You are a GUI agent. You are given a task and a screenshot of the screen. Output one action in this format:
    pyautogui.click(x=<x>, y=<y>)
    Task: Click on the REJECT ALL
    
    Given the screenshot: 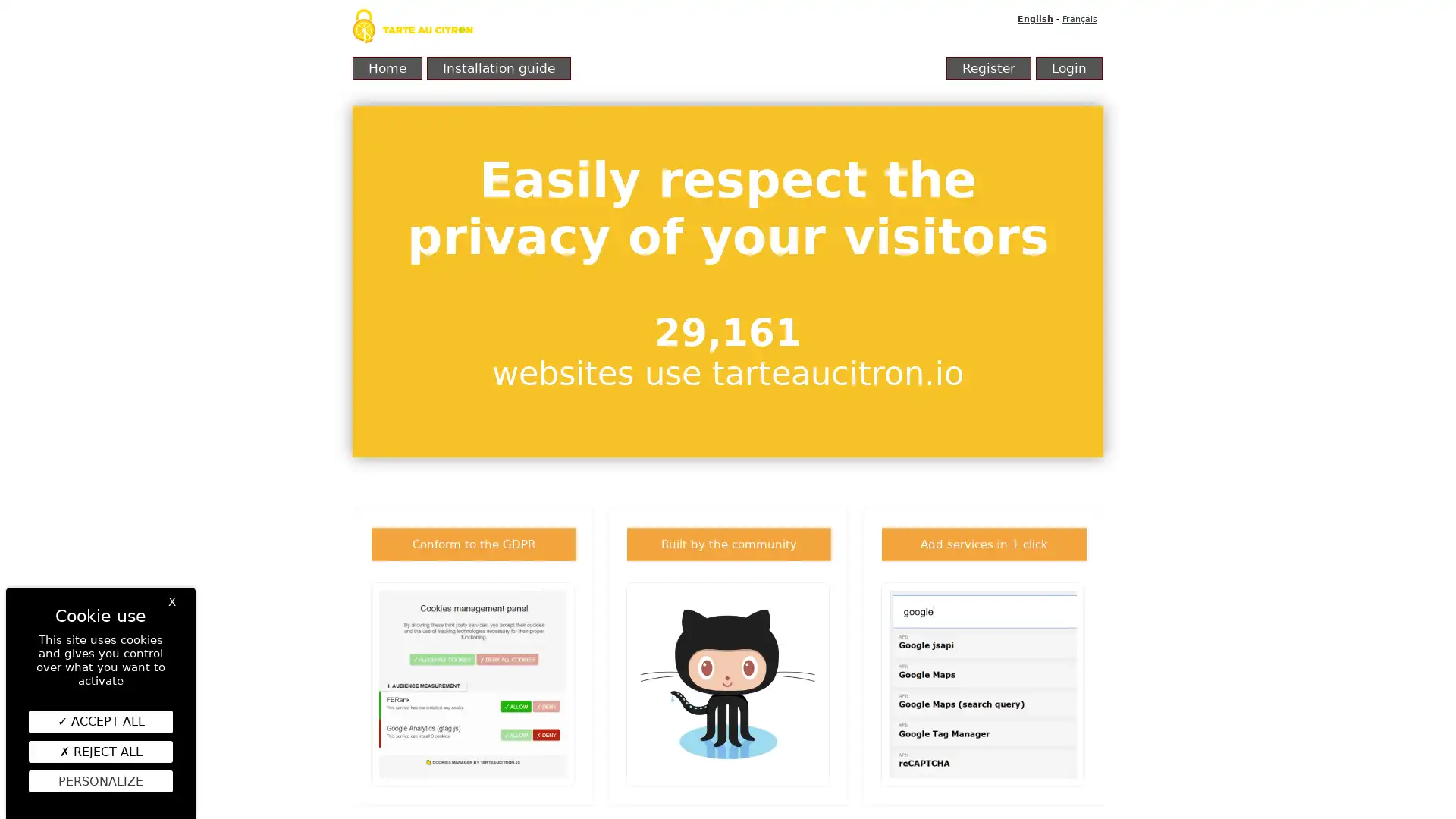 What is the action you would take?
    pyautogui.click(x=100, y=751)
    